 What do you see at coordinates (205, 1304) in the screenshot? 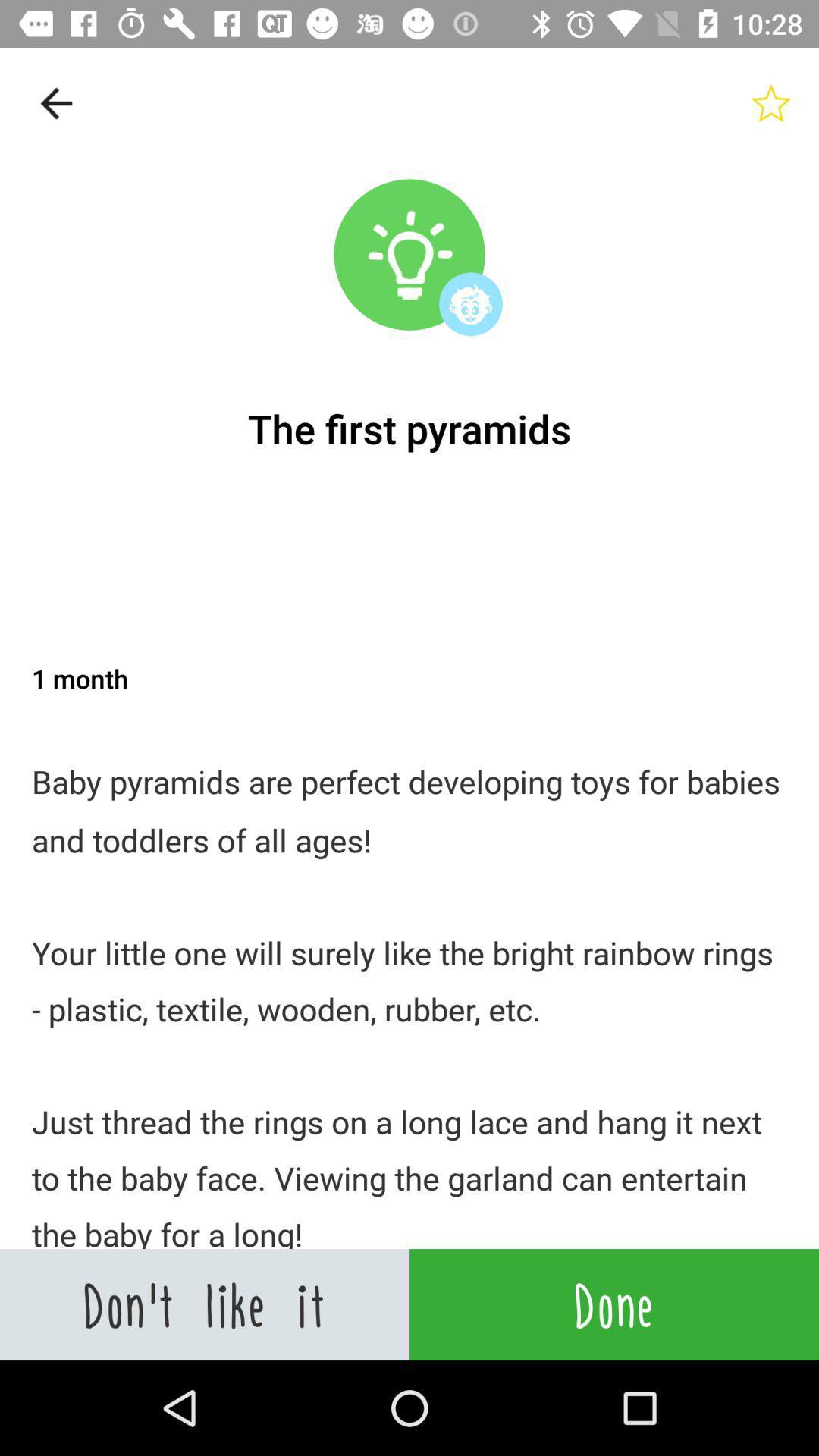
I see `icon to the left of done icon` at bounding box center [205, 1304].